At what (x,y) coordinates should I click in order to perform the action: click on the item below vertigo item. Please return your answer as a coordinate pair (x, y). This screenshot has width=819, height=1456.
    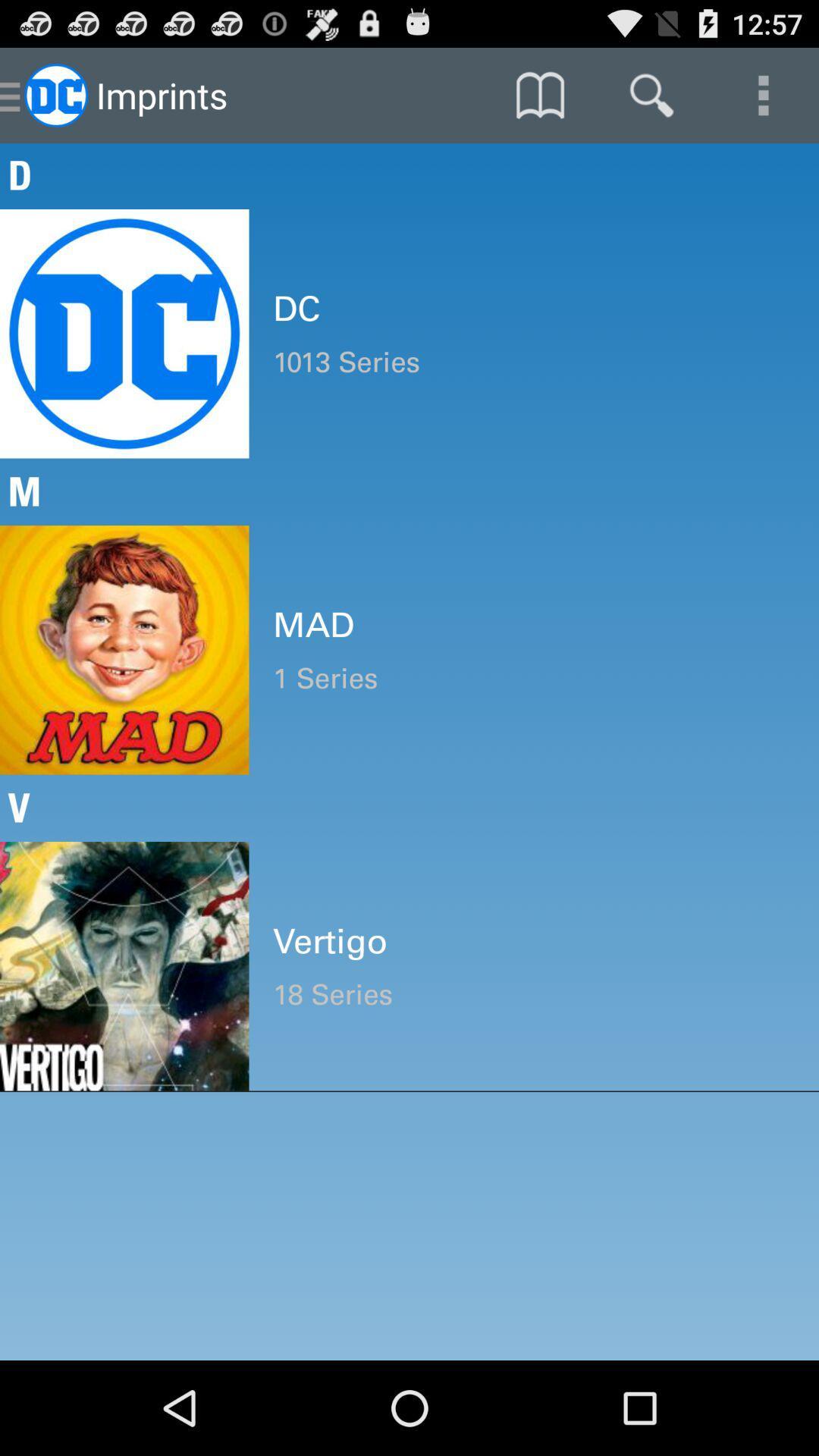
    Looking at the image, I should click on (533, 994).